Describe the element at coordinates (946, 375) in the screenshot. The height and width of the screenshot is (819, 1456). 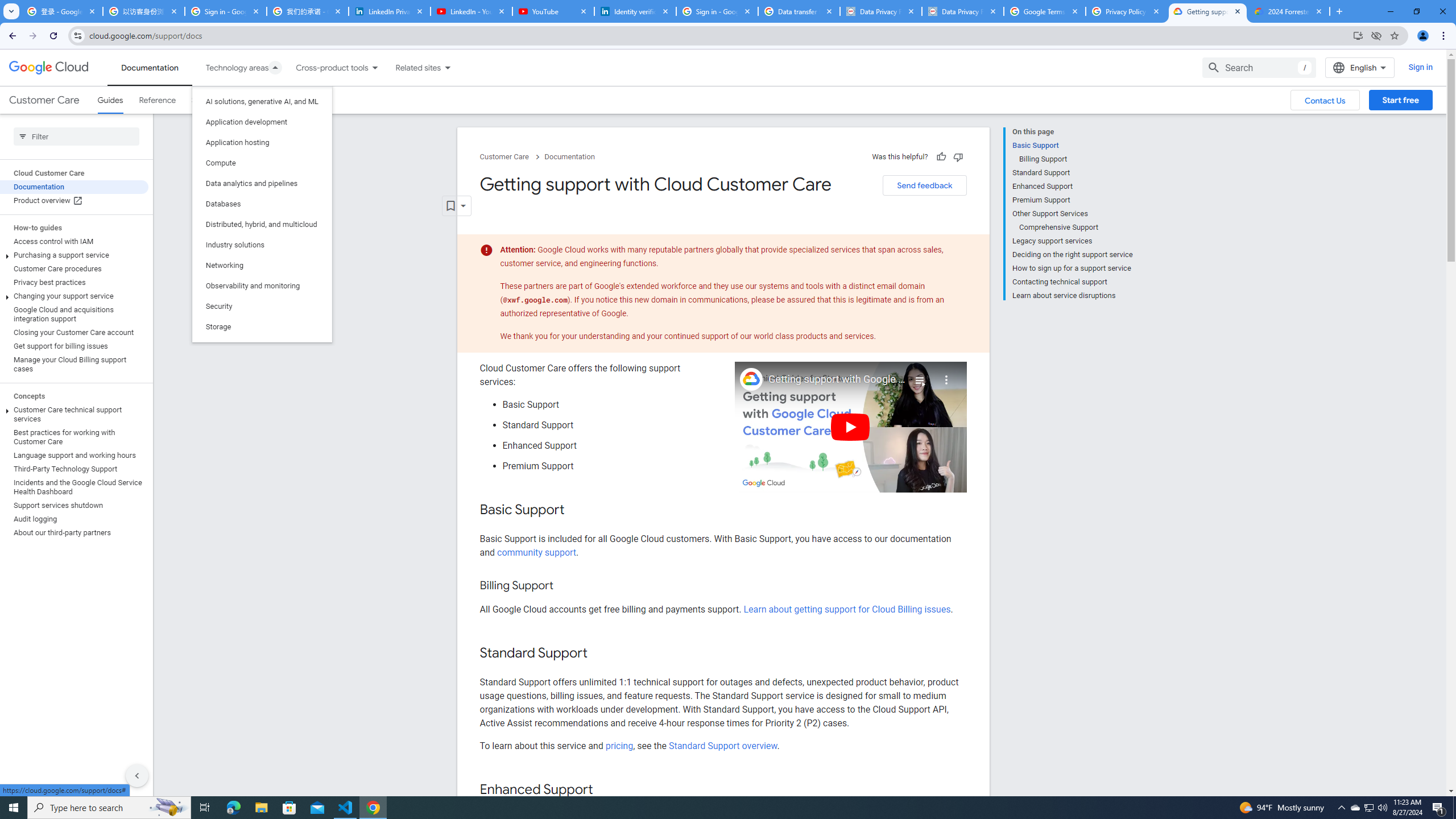
I see `'More'` at that location.